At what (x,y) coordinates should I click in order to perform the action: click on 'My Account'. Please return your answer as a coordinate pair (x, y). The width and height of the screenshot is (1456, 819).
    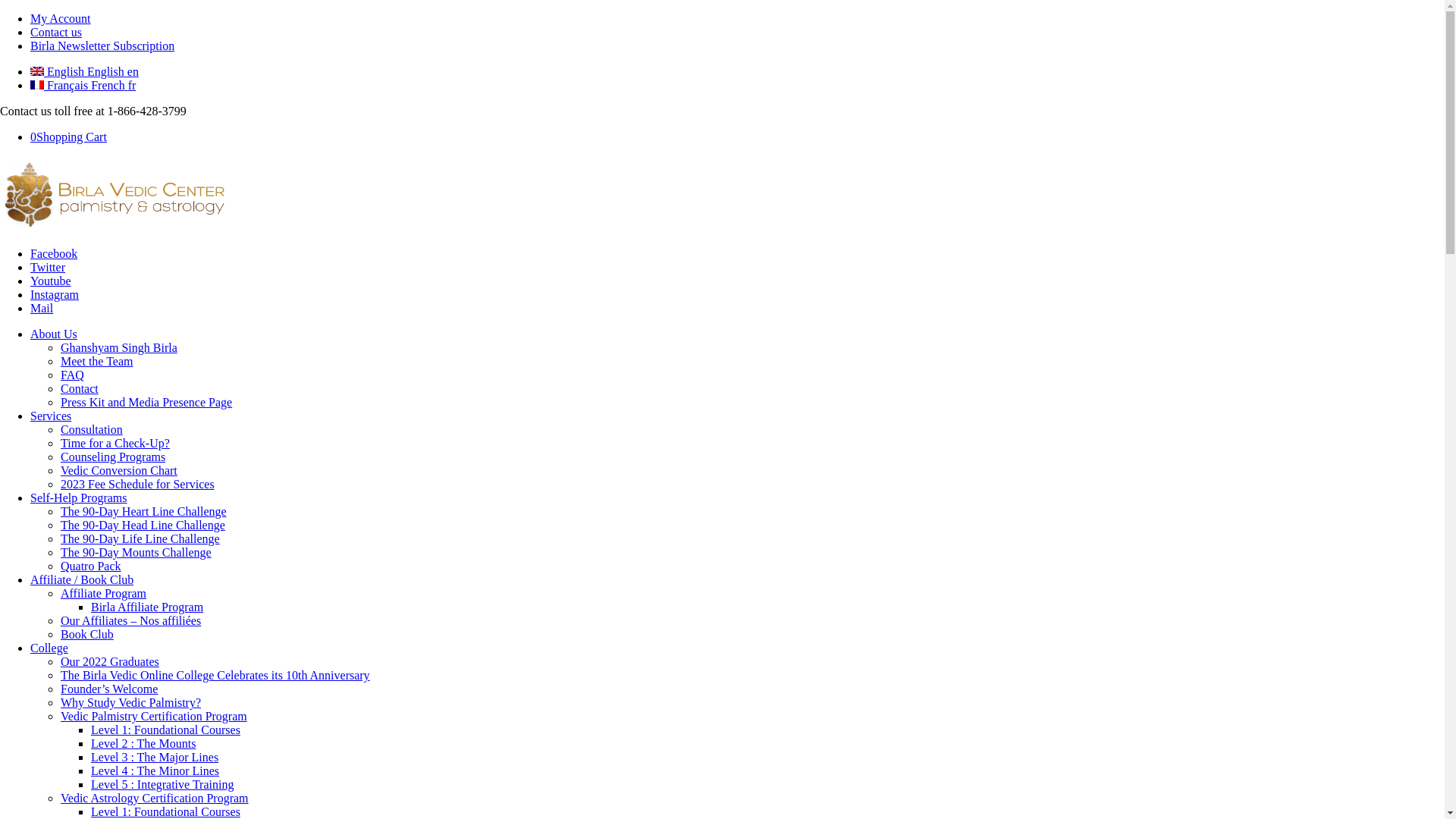
    Looking at the image, I should click on (61, 18).